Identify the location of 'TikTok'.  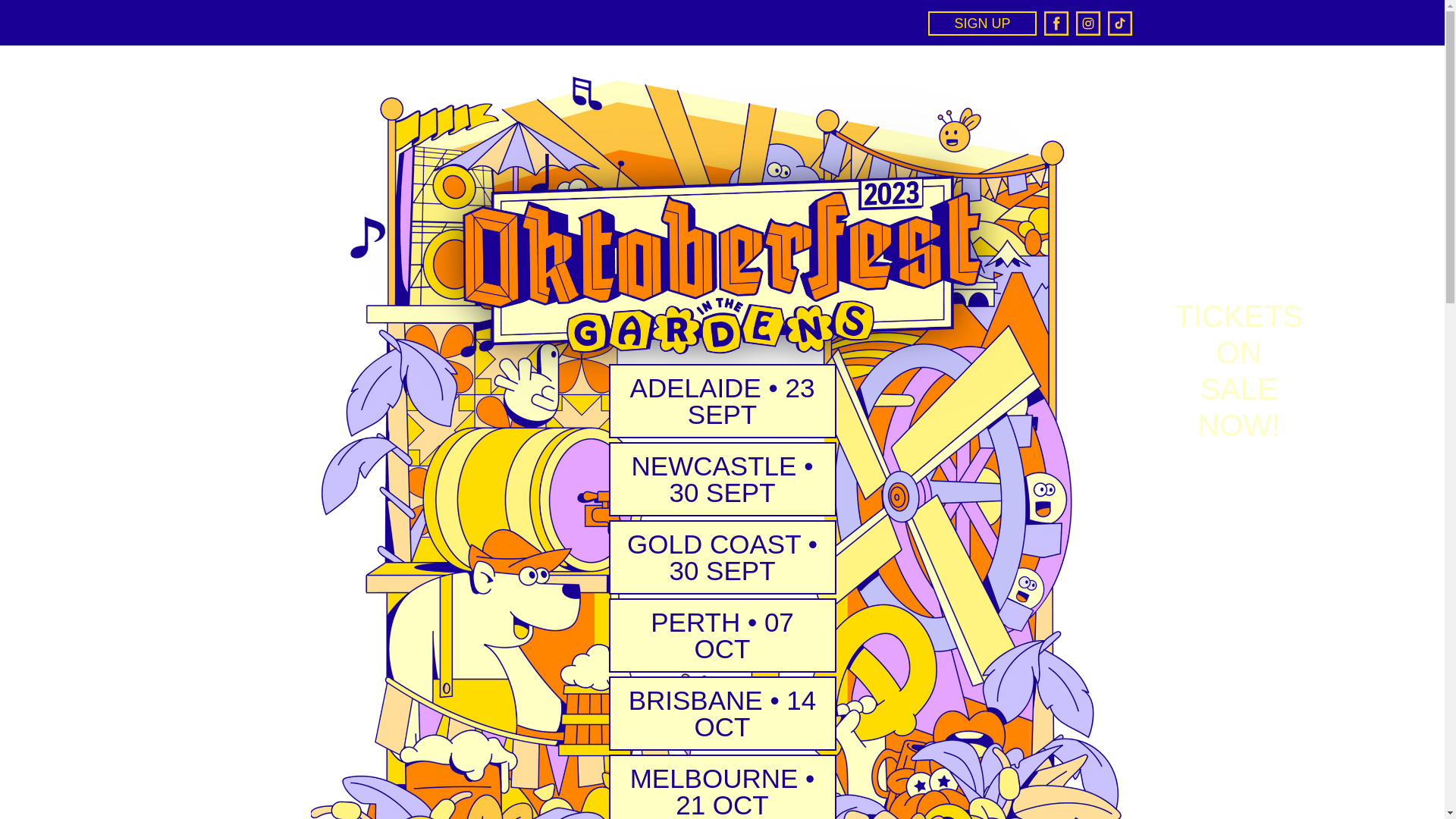
(1119, 23).